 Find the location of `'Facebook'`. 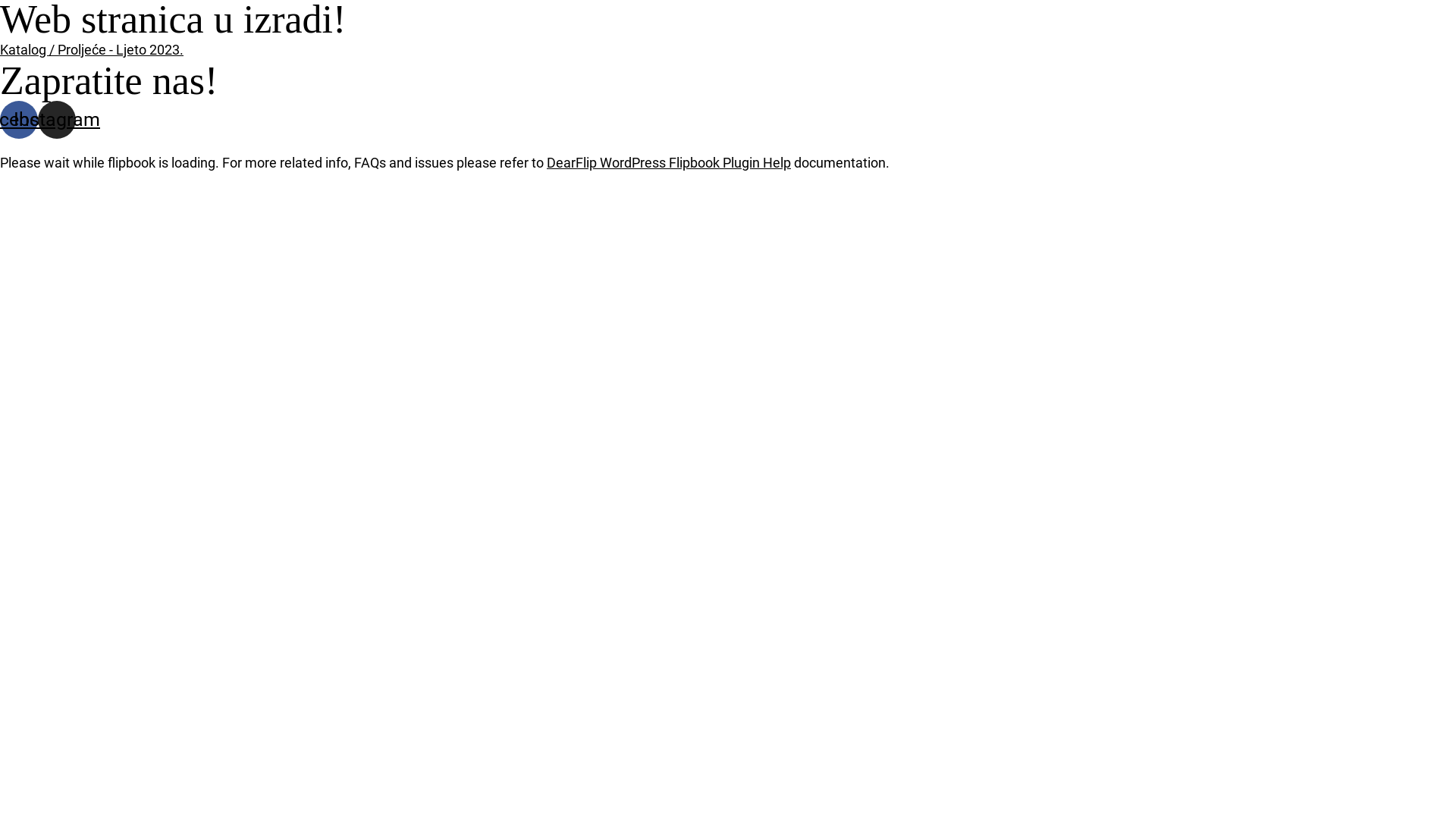

'Facebook' is located at coordinates (0, 119).